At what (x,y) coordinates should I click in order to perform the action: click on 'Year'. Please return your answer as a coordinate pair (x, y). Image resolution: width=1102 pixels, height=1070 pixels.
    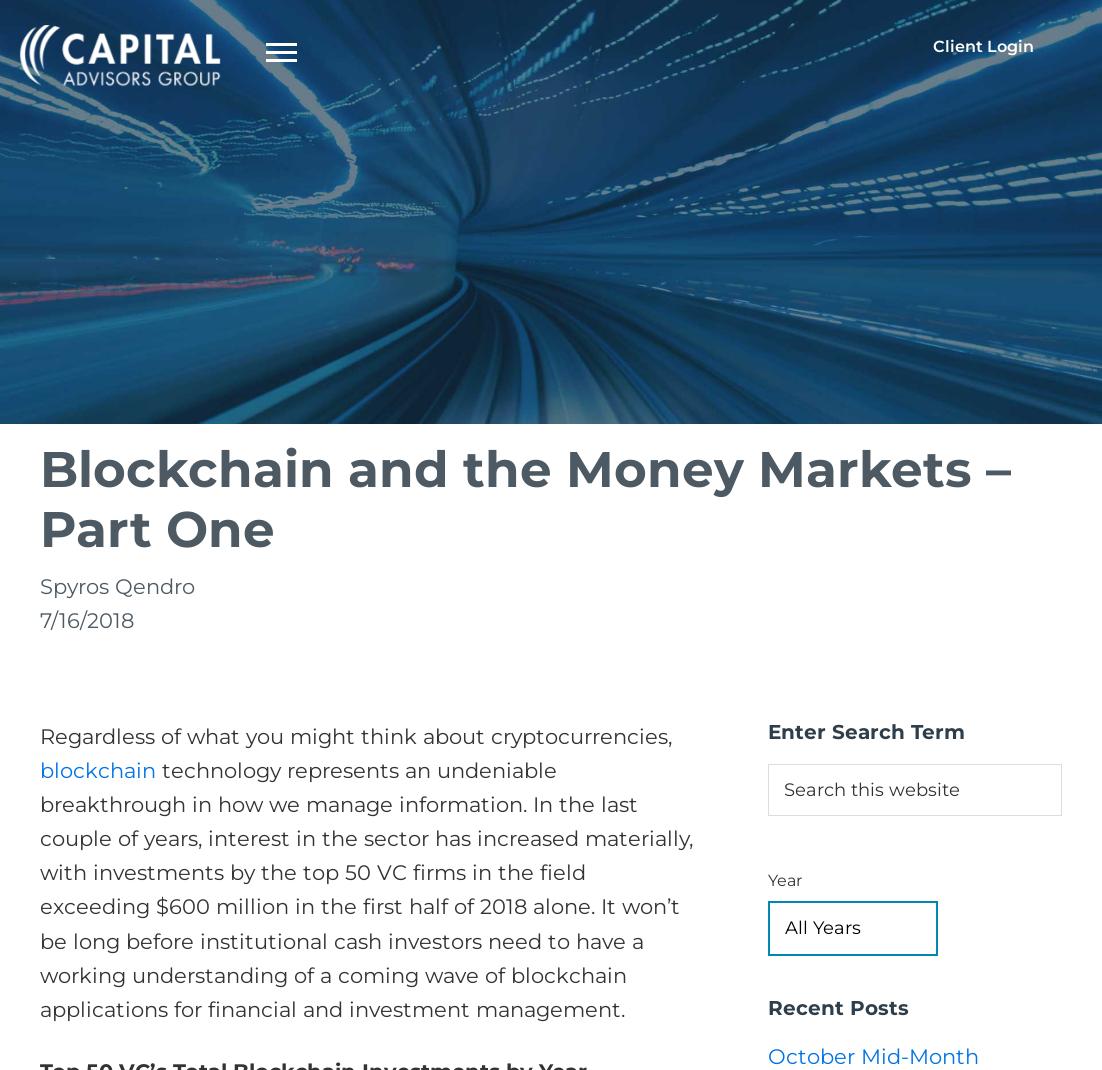
    Looking at the image, I should click on (766, 880).